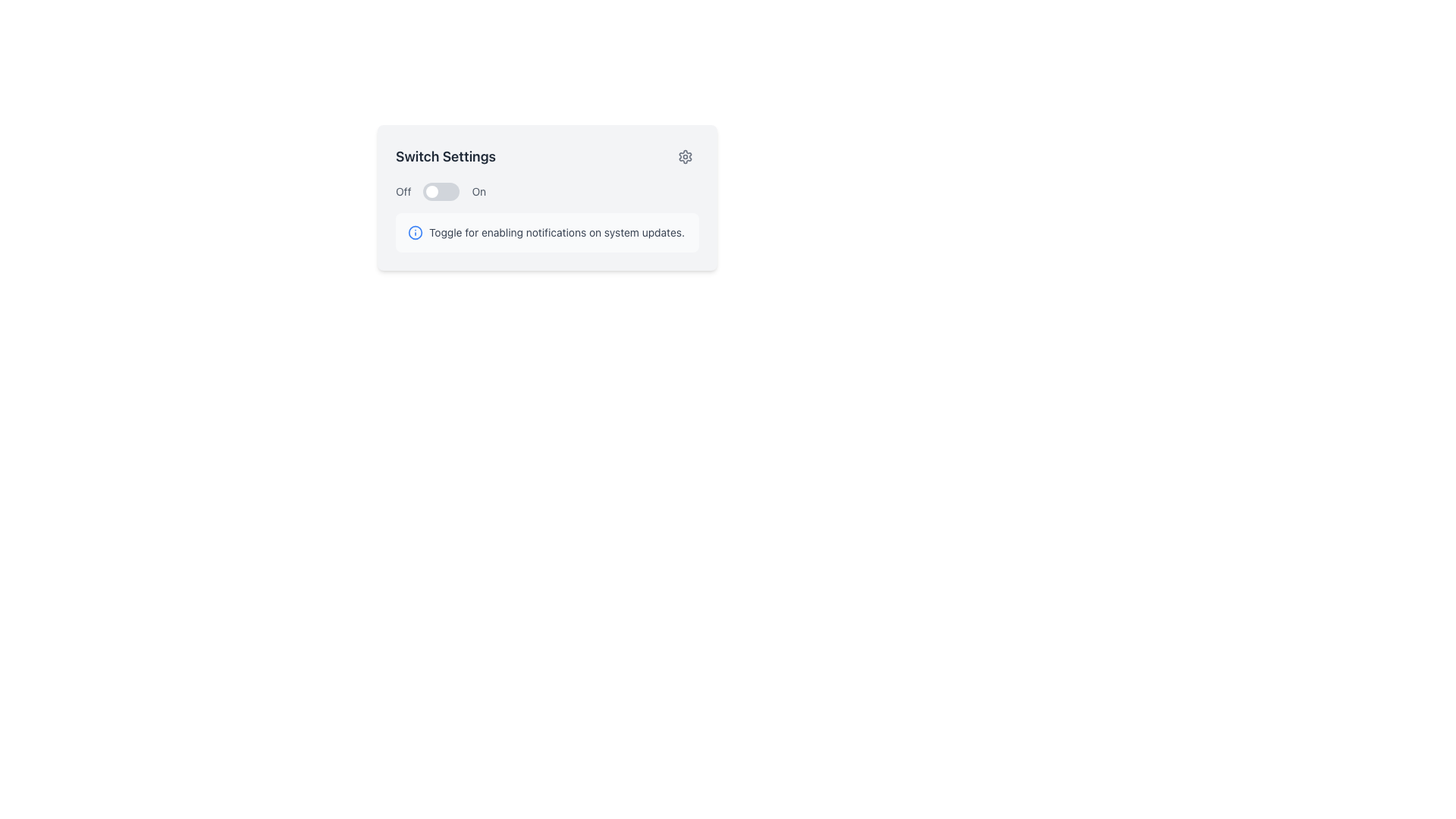 The height and width of the screenshot is (819, 1456). Describe the element at coordinates (546, 197) in the screenshot. I see `the interactive toggle switch within the notification settings group element to switch between enabling and disabling notifications for system updates` at that location.